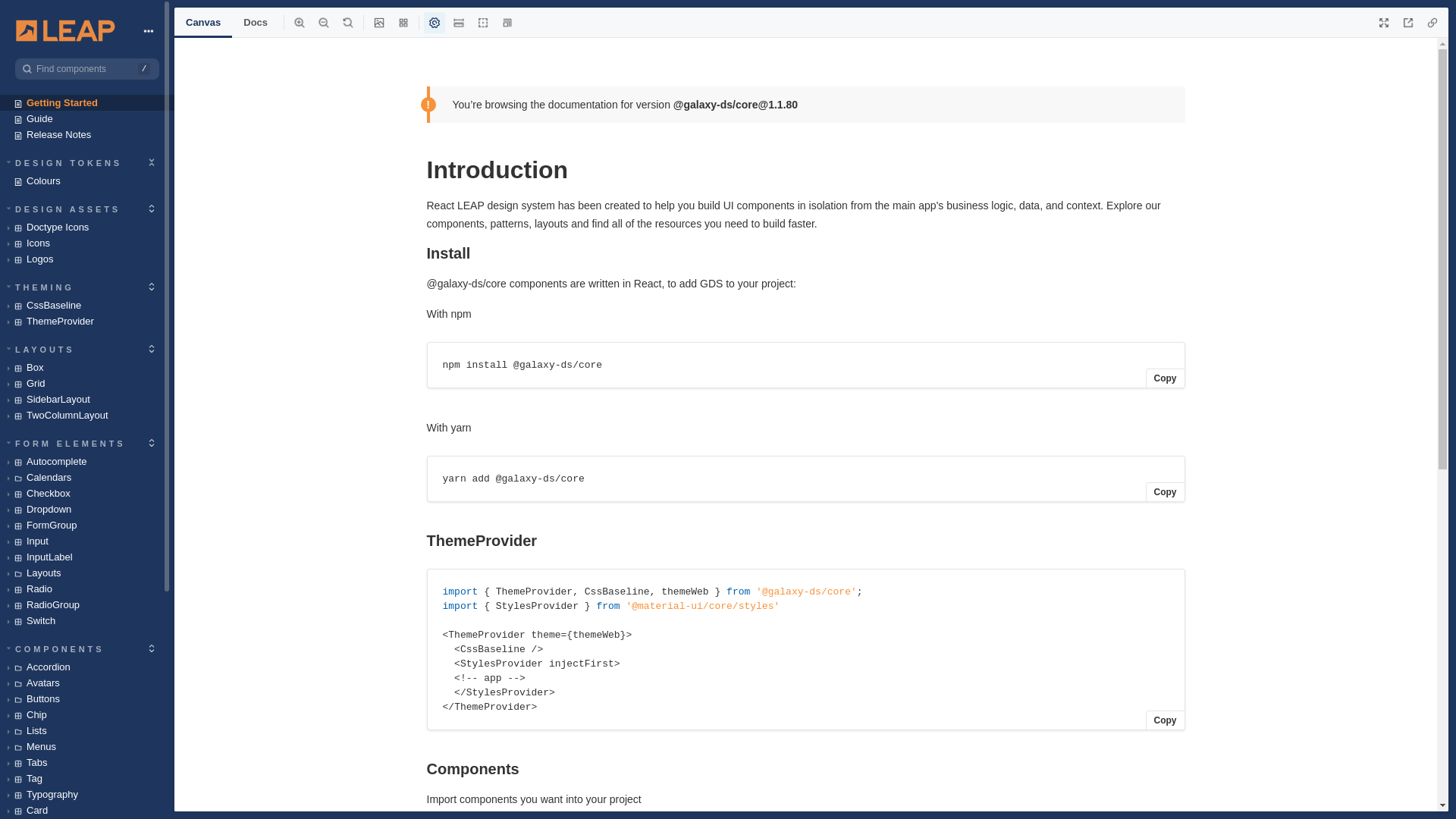 This screenshot has width=1456, height=819. What do you see at coordinates (86, 476) in the screenshot?
I see `'Calendars'` at bounding box center [86, 476].